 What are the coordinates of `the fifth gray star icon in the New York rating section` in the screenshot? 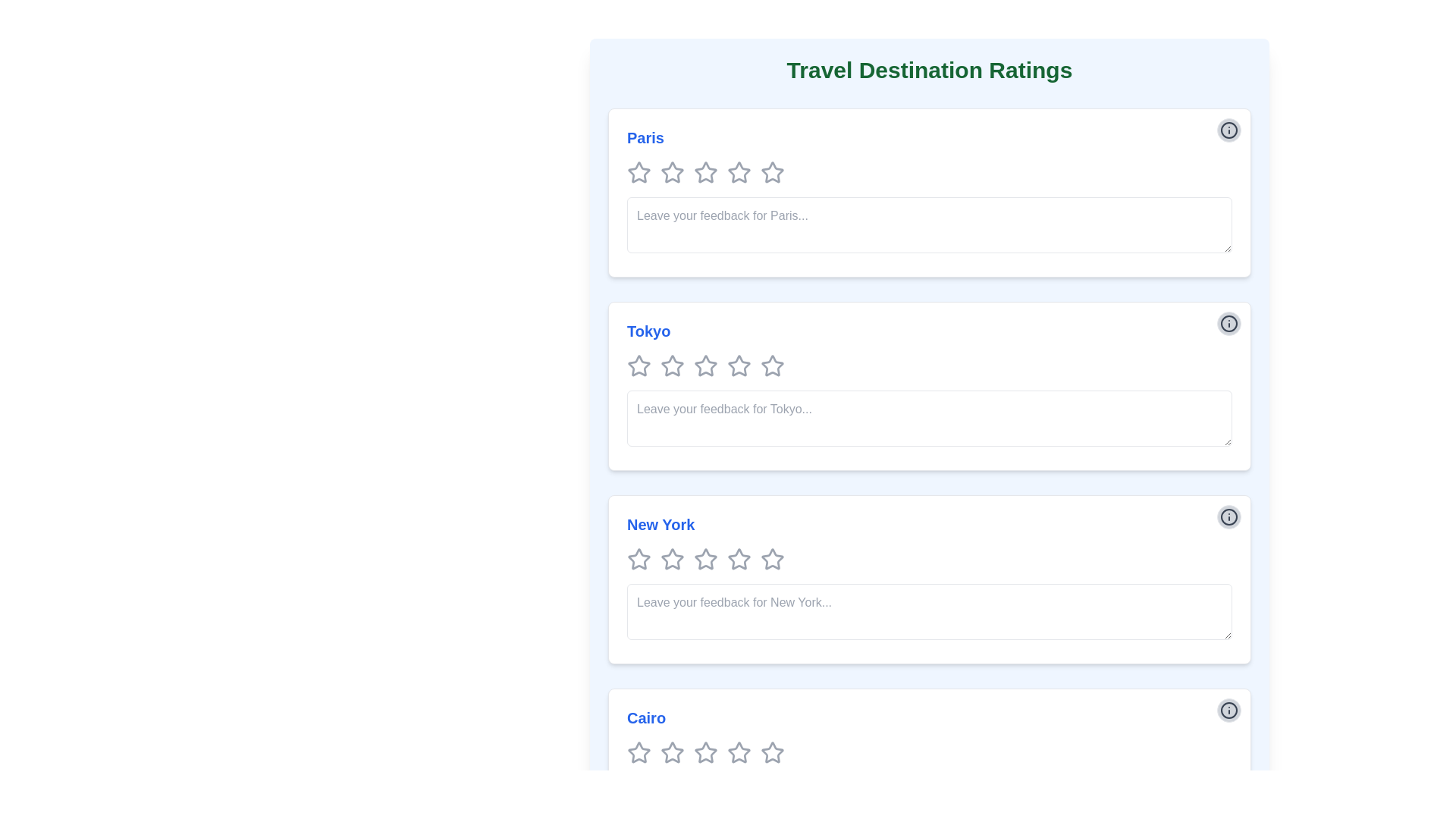 It's located at (739, 559).